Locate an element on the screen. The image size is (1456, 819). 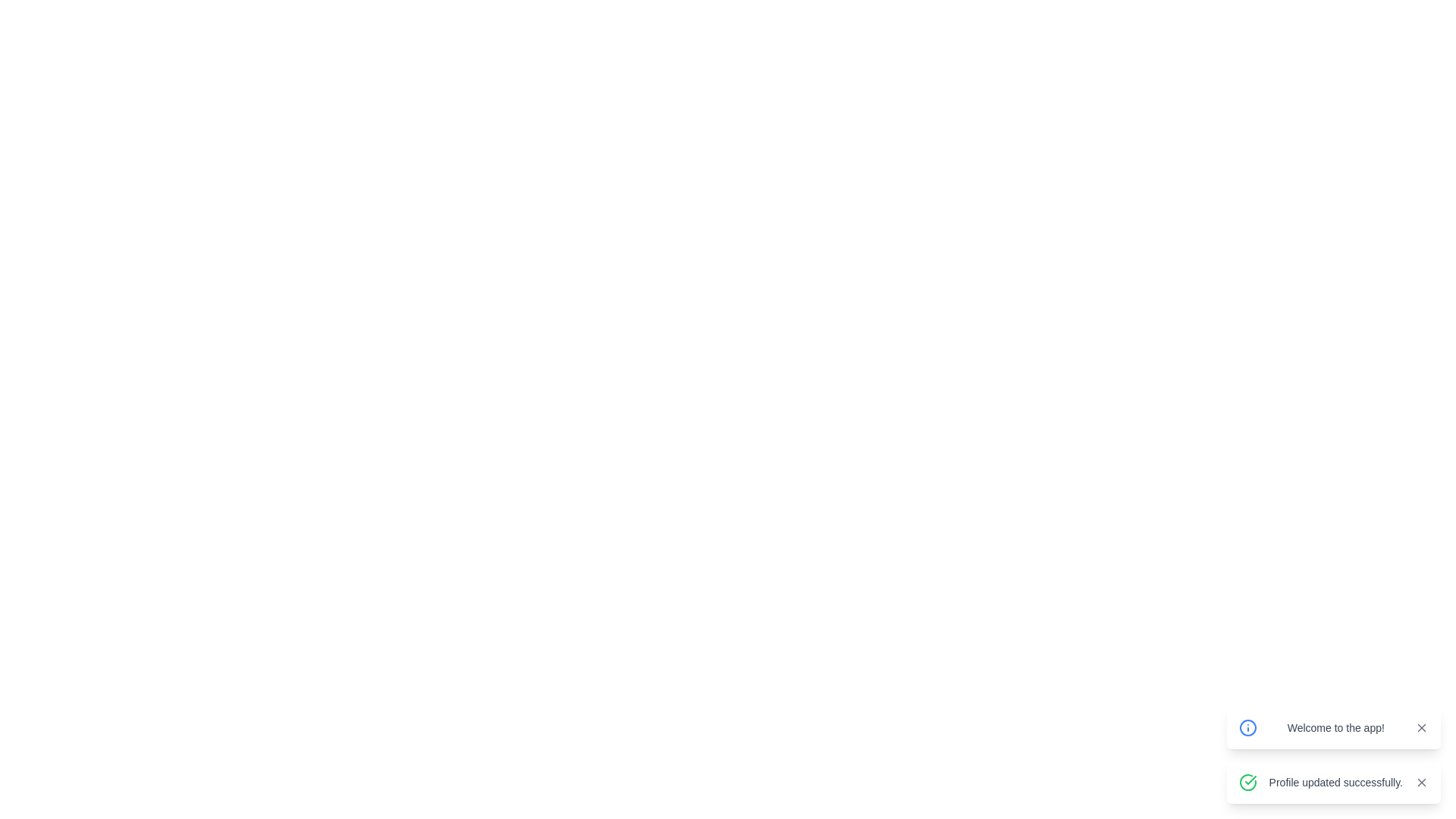
message content of the notification stating 'Profile updated successfully.' which is displayed in the second notification panel at the bottom-right of the interface is located at coordinates (1335, 783).